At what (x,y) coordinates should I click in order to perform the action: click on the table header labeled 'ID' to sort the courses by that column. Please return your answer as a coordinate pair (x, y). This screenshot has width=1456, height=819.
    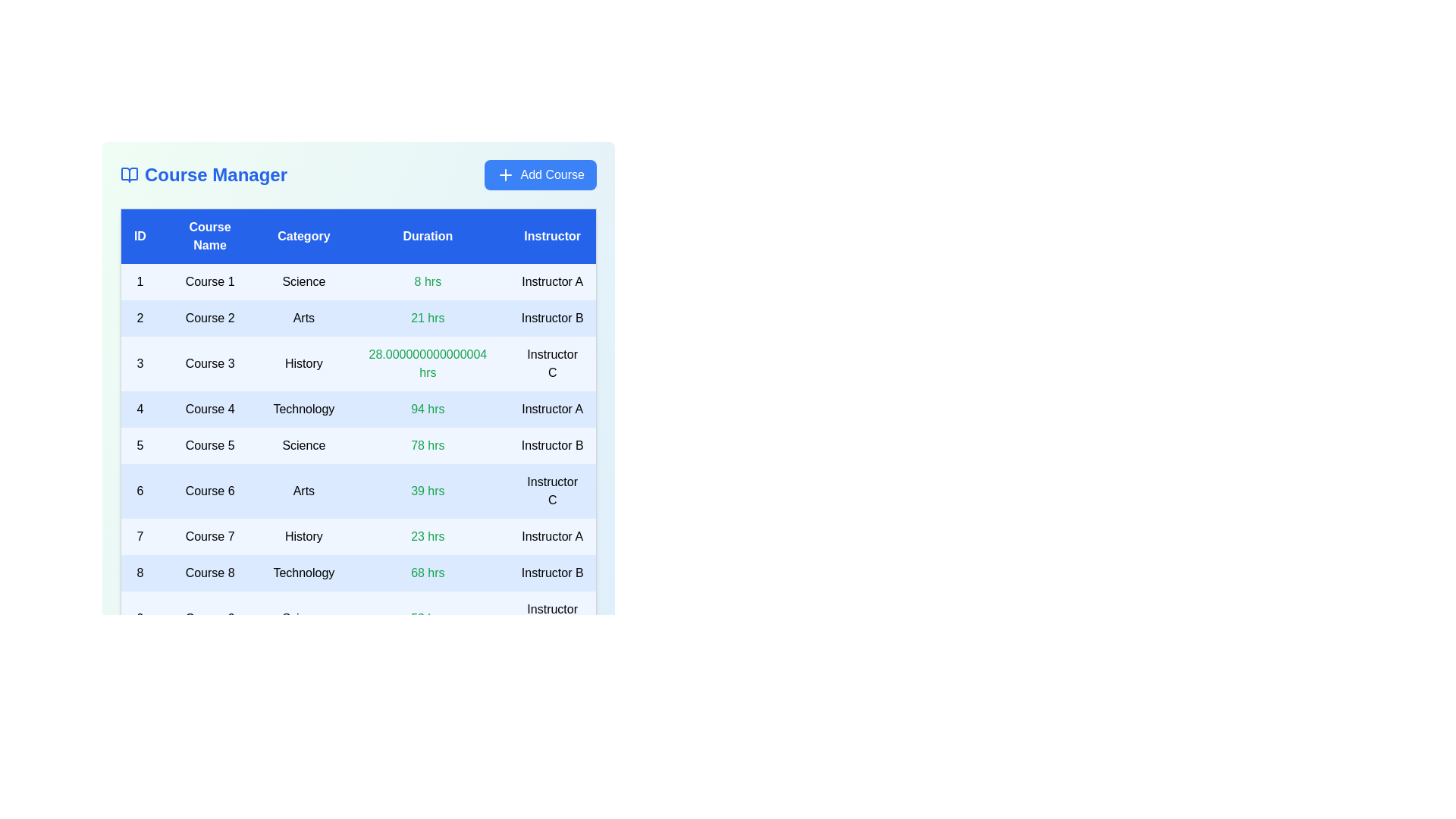
    Looking at the image, I should click on (139, 236).